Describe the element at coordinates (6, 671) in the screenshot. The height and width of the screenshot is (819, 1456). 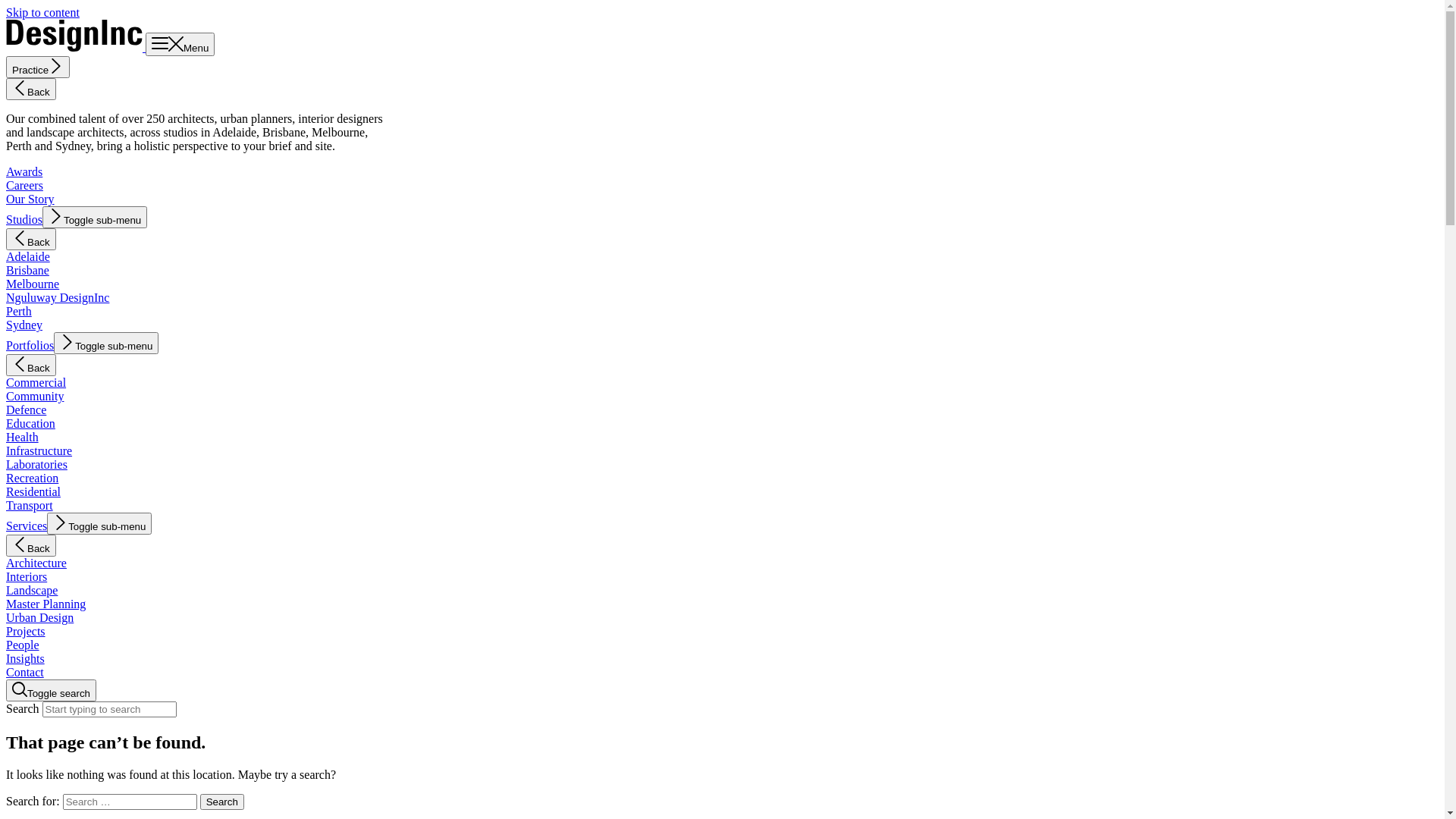
I see `'Contact'` at that location.